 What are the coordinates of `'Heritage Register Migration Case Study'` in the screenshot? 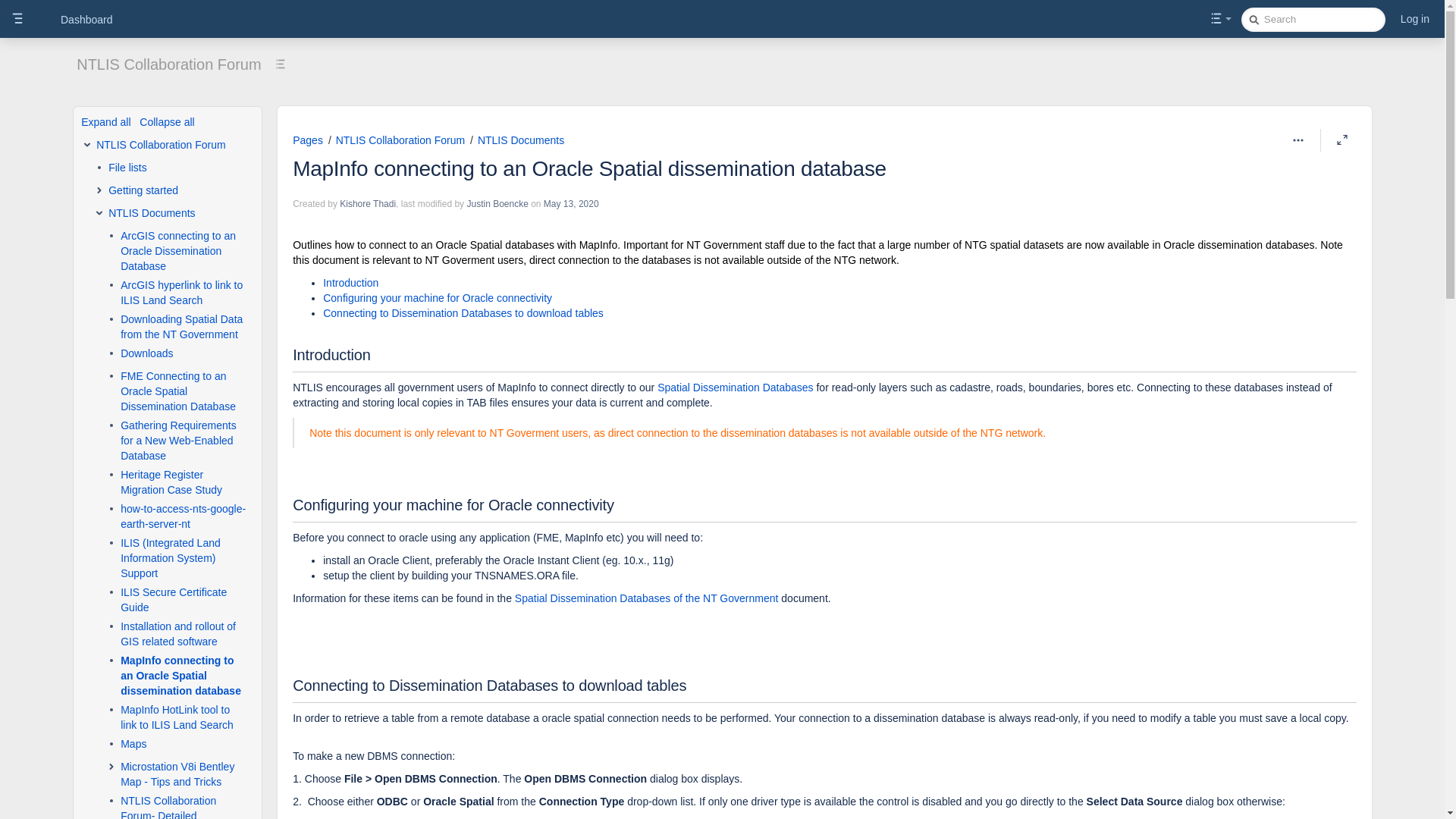 It's located at (119, 482).